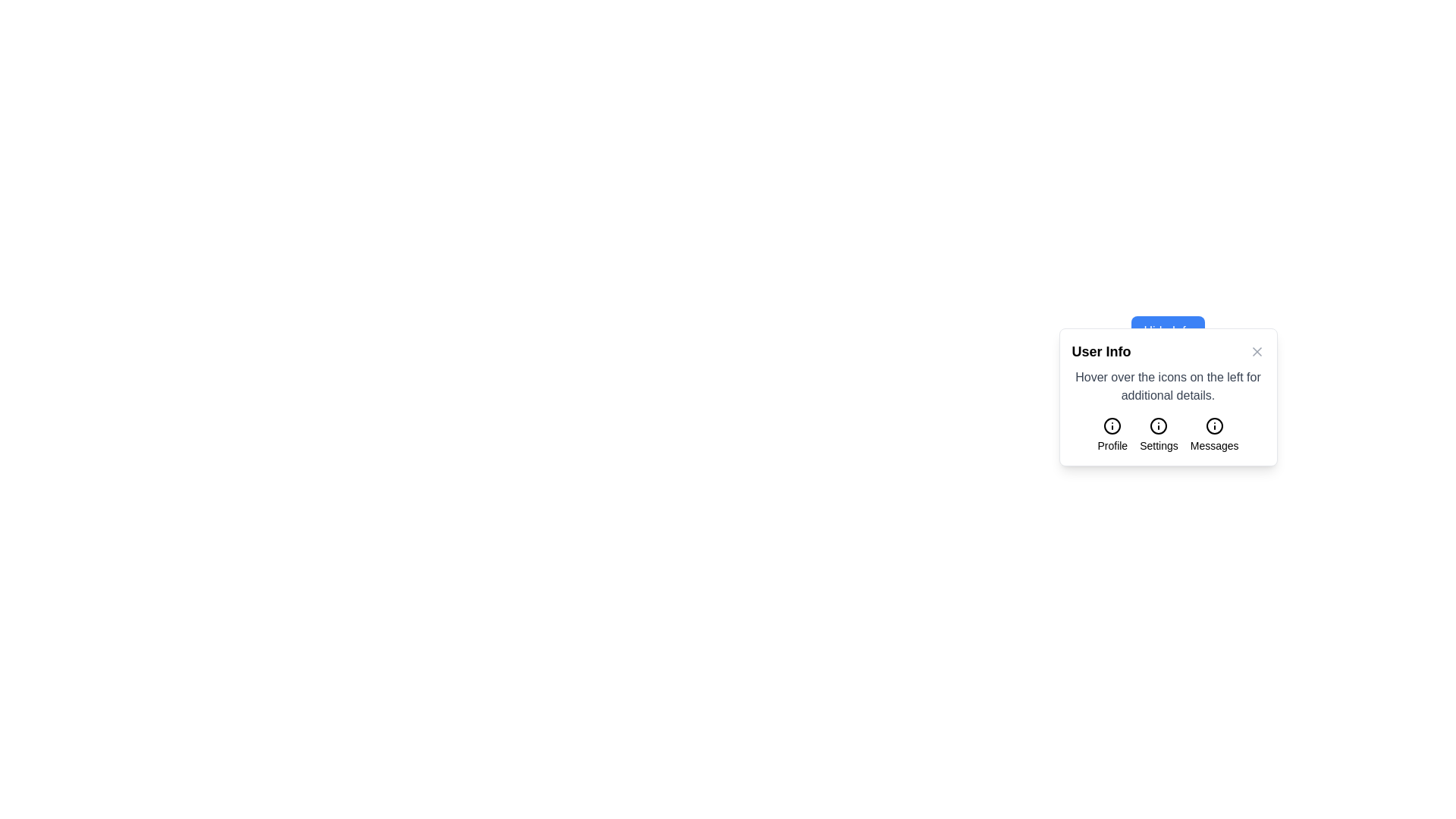  What do you see at coordinates (1214, 435) in the screenshot?
I see `the labeled icon component with an exclamation mark symbol and the text label 'Messages'` at bounding box center [1214, 435].